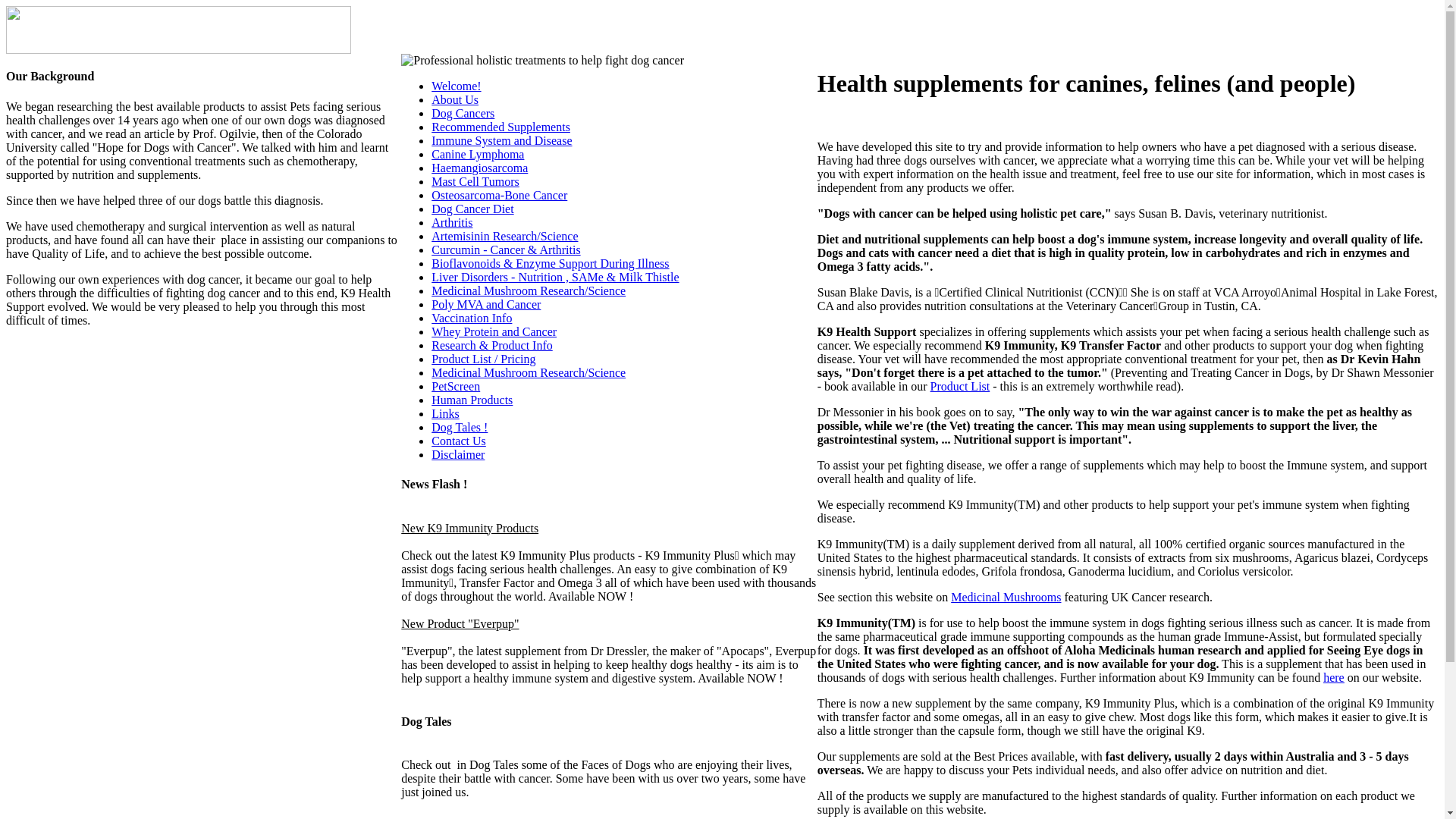 Image resolution: width=1456 pixels, height=819 pixels. Describe the element at coordinates (431, 126) in the screenshot. I see `'Recommended Supplements'` at that location.